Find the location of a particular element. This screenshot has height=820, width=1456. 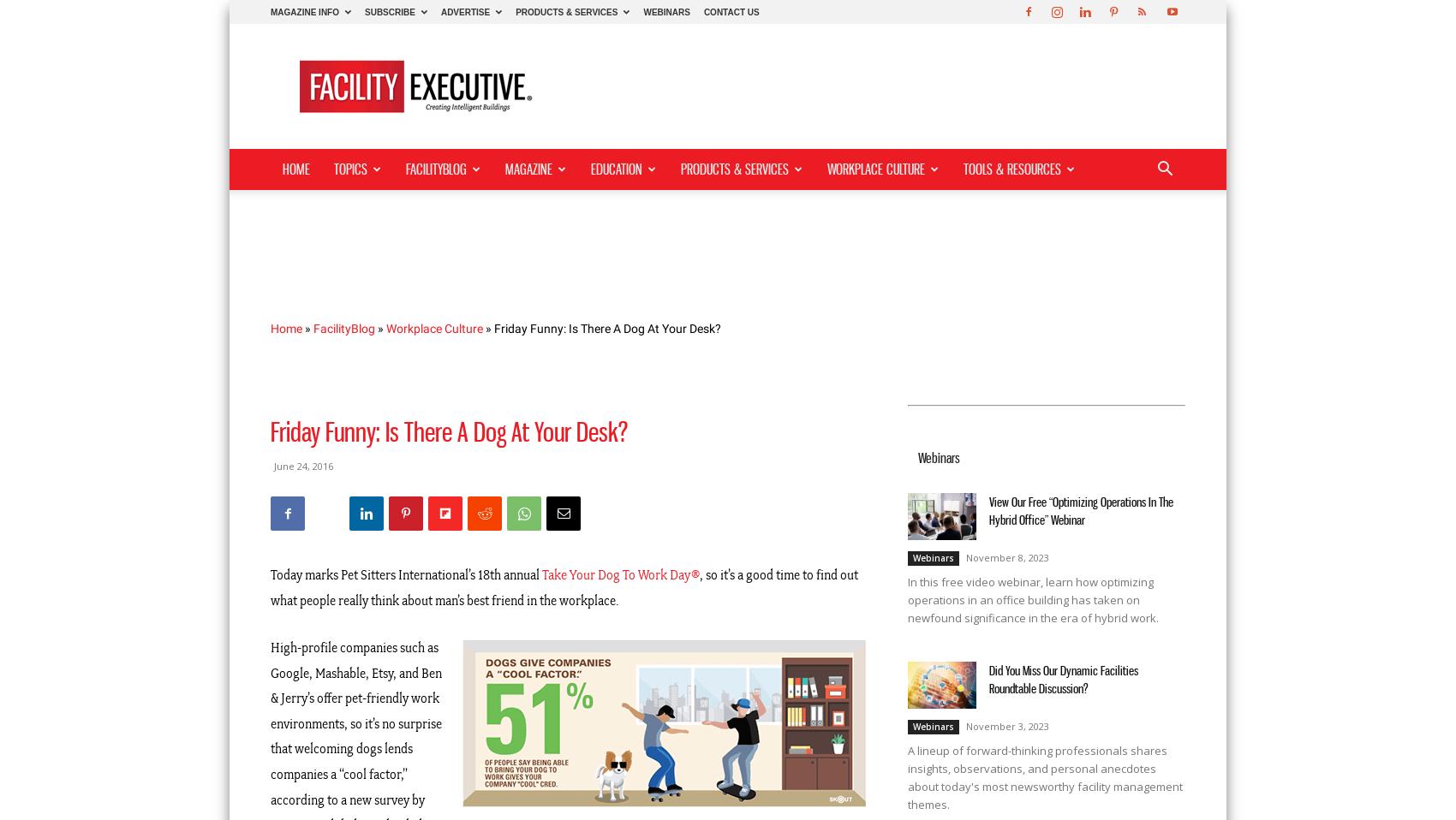

'Today marks Pet Sitters International’s 18th annual' is located at coordinates (406, 573).